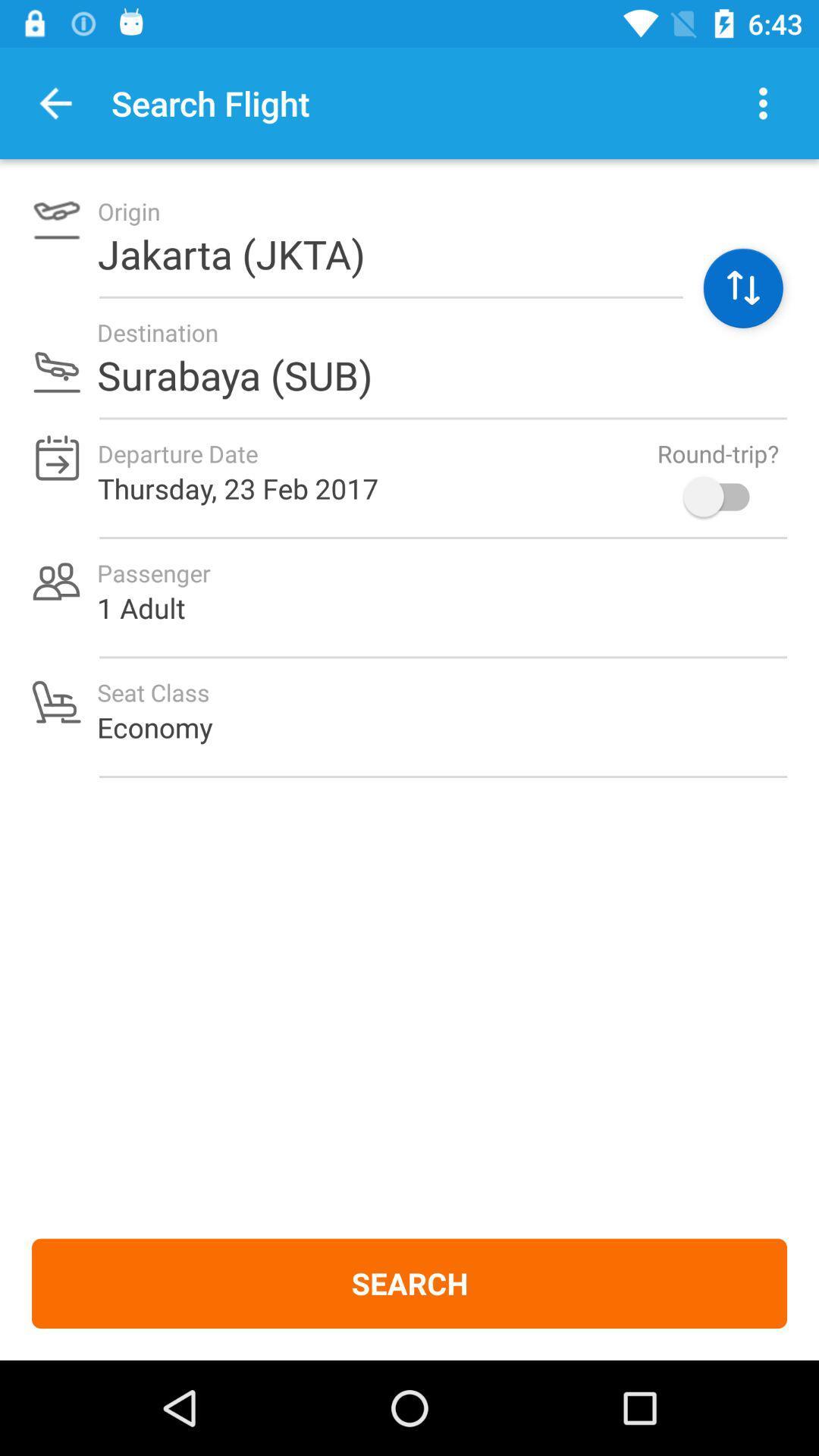 This screenshot has width=819, height=1456. What do you see at coordinates (742, 288) in the screenshot?
I see `switch origin and destination` at bounding box center [742, 288].